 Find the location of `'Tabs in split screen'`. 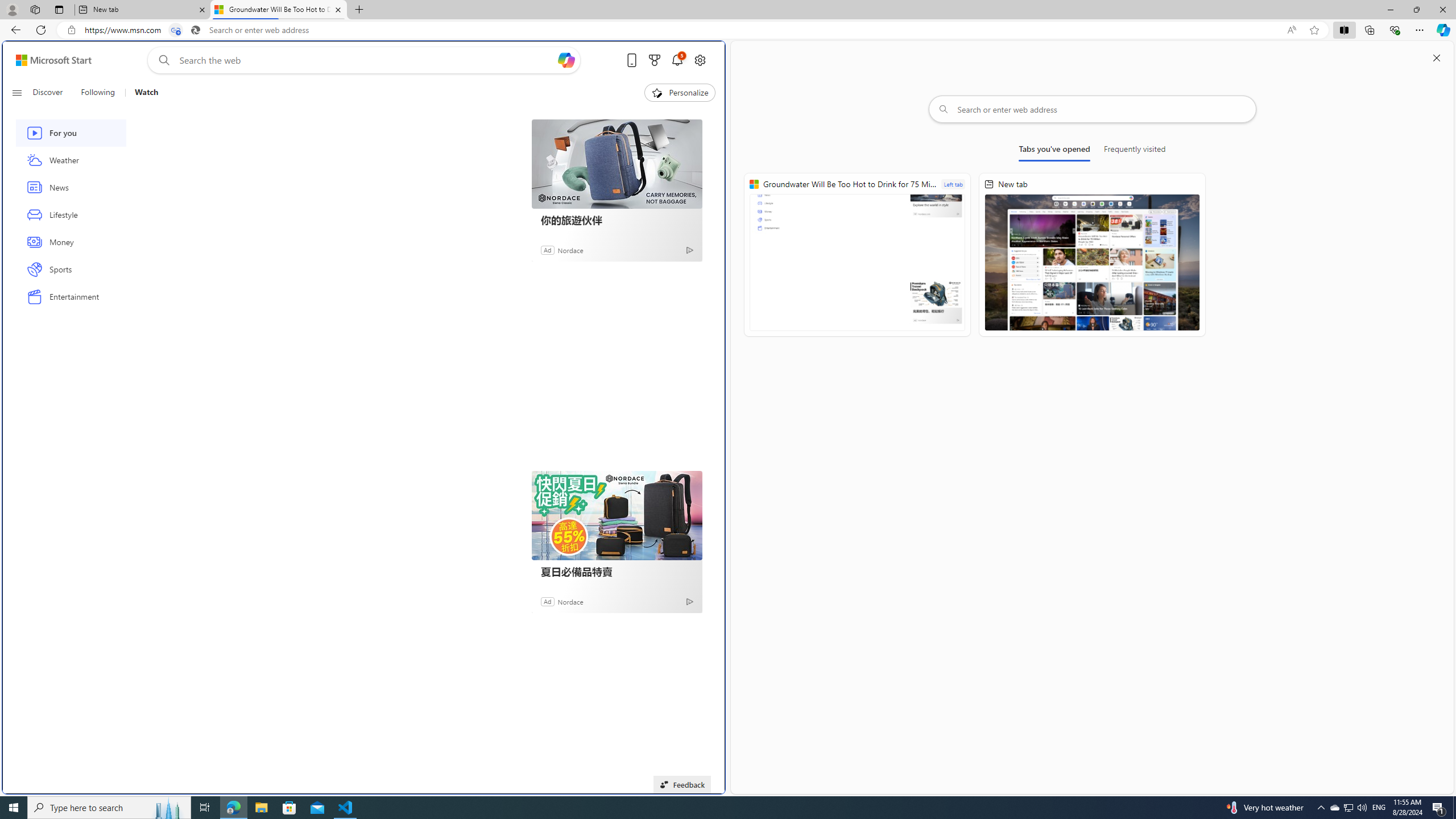

'Tabs in split screen' is located at coordinates (176, 30).